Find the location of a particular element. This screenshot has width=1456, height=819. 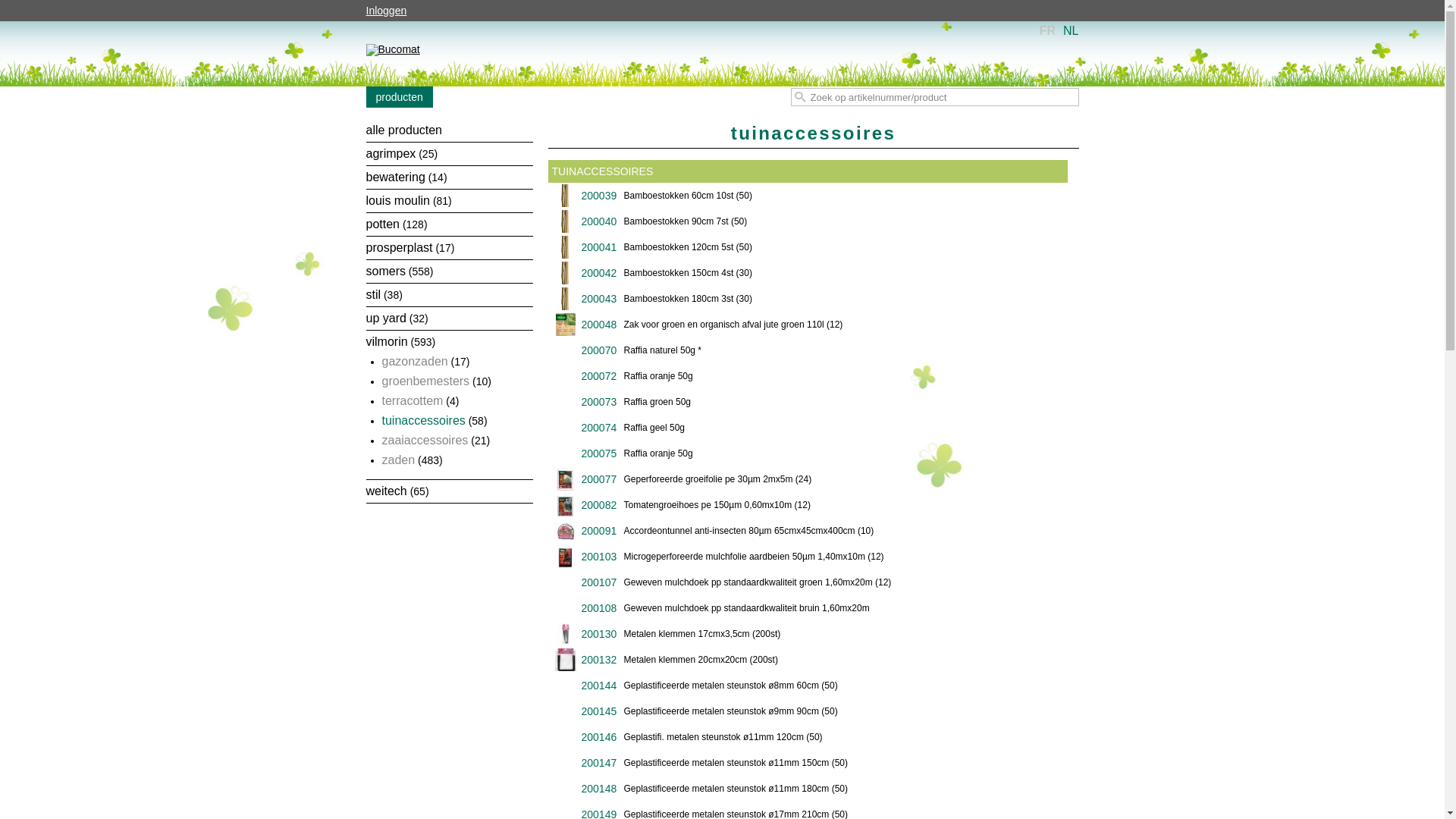

'agrimpex' is located at coordinates (390, 153).